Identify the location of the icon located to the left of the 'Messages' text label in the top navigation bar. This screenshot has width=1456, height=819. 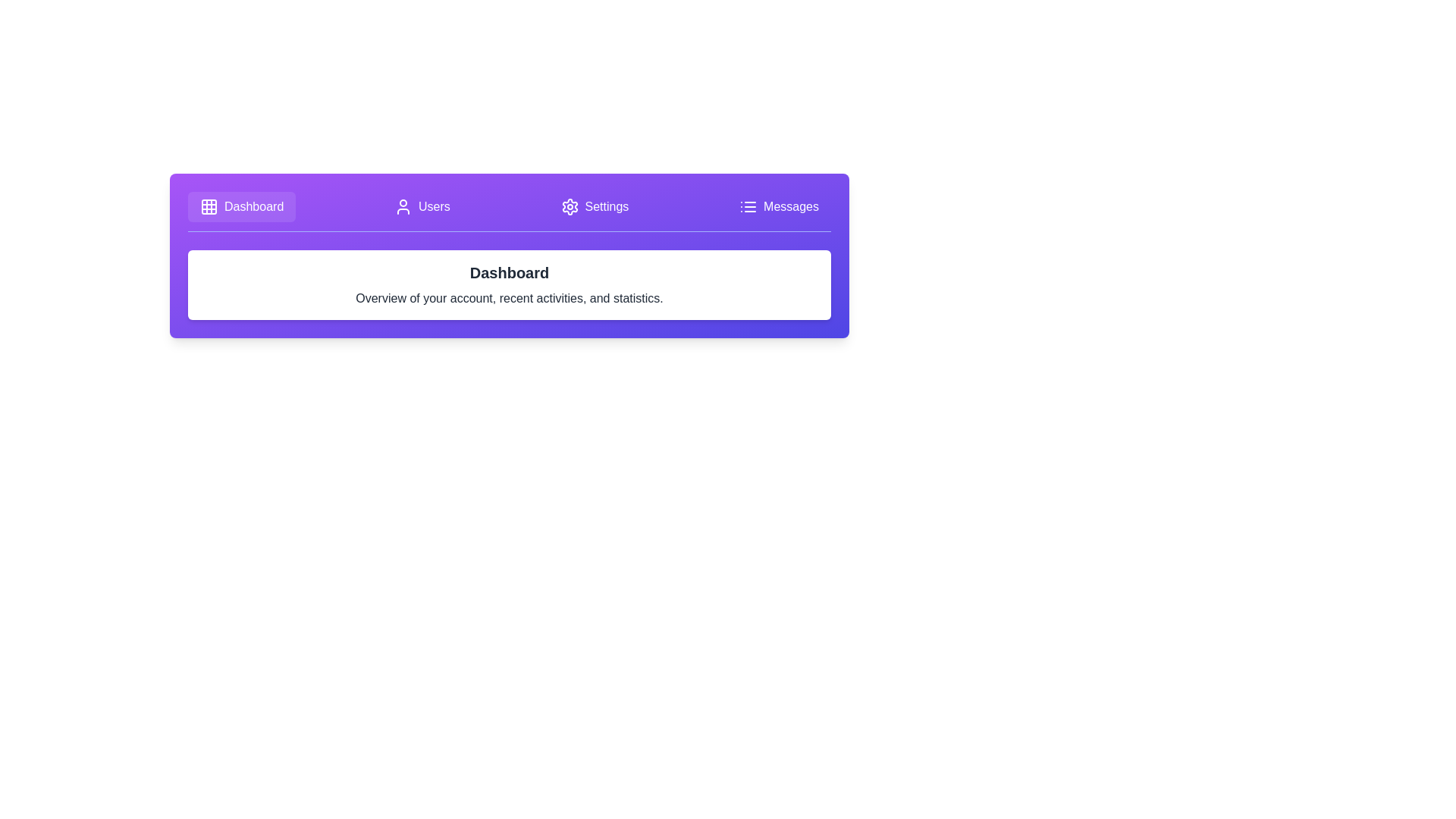
(748, 207).